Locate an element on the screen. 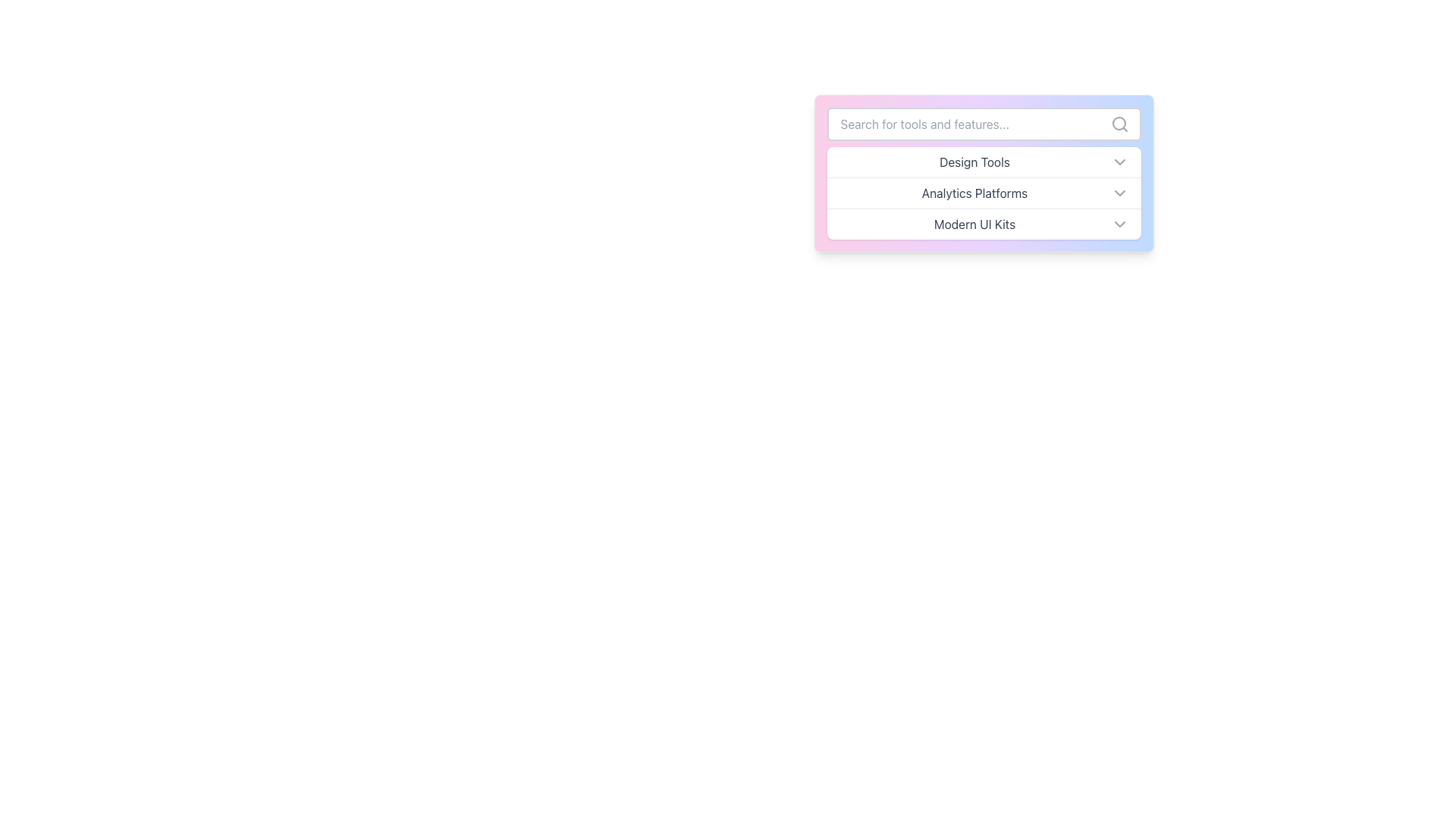  the chevron icon at the right end of the 'Analytics Platforms' row is located at coordinates (1119, 192).